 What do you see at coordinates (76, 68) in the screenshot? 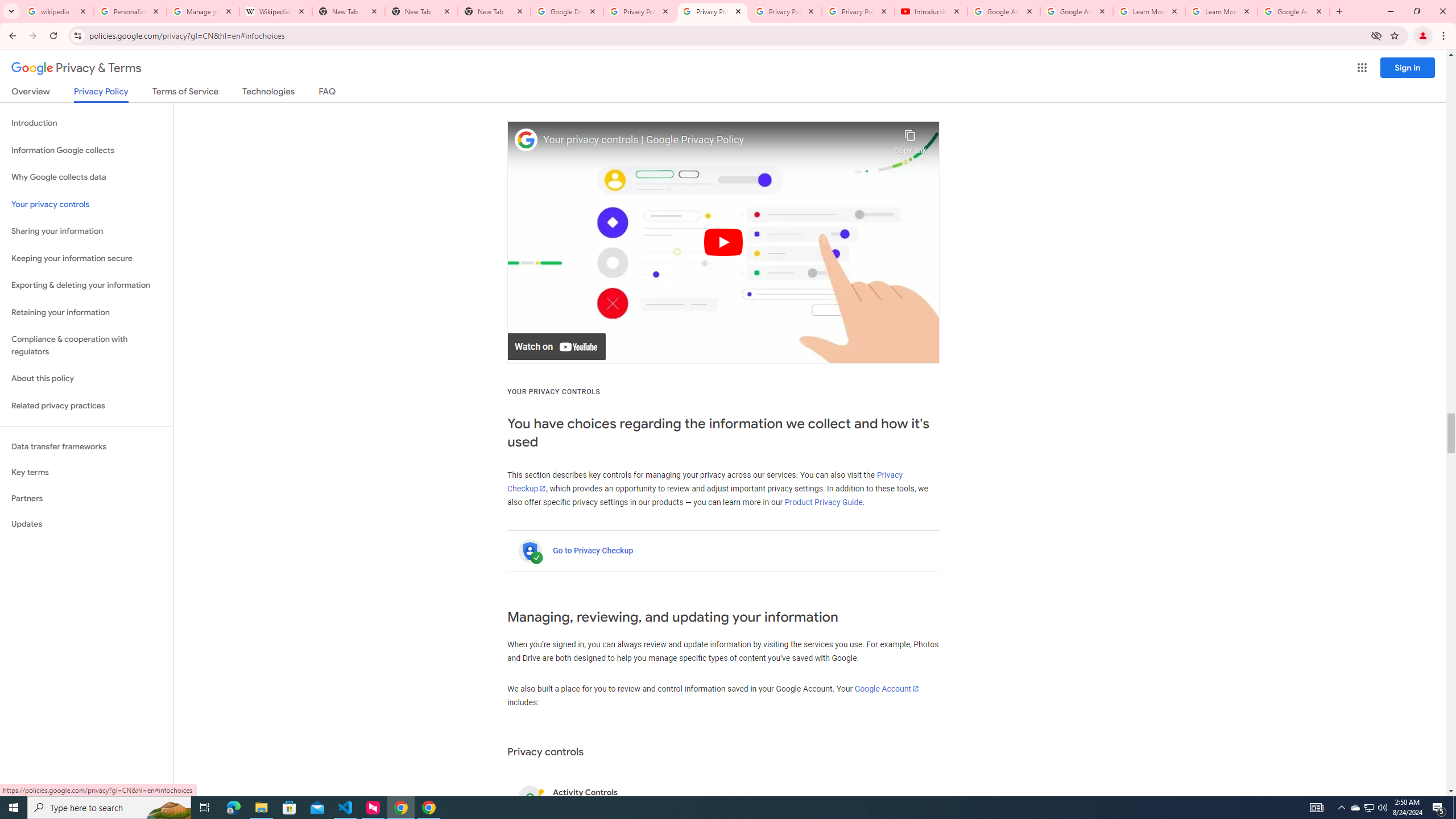
I see `'Privacy & Terms'` at bounding box center [76, 68].